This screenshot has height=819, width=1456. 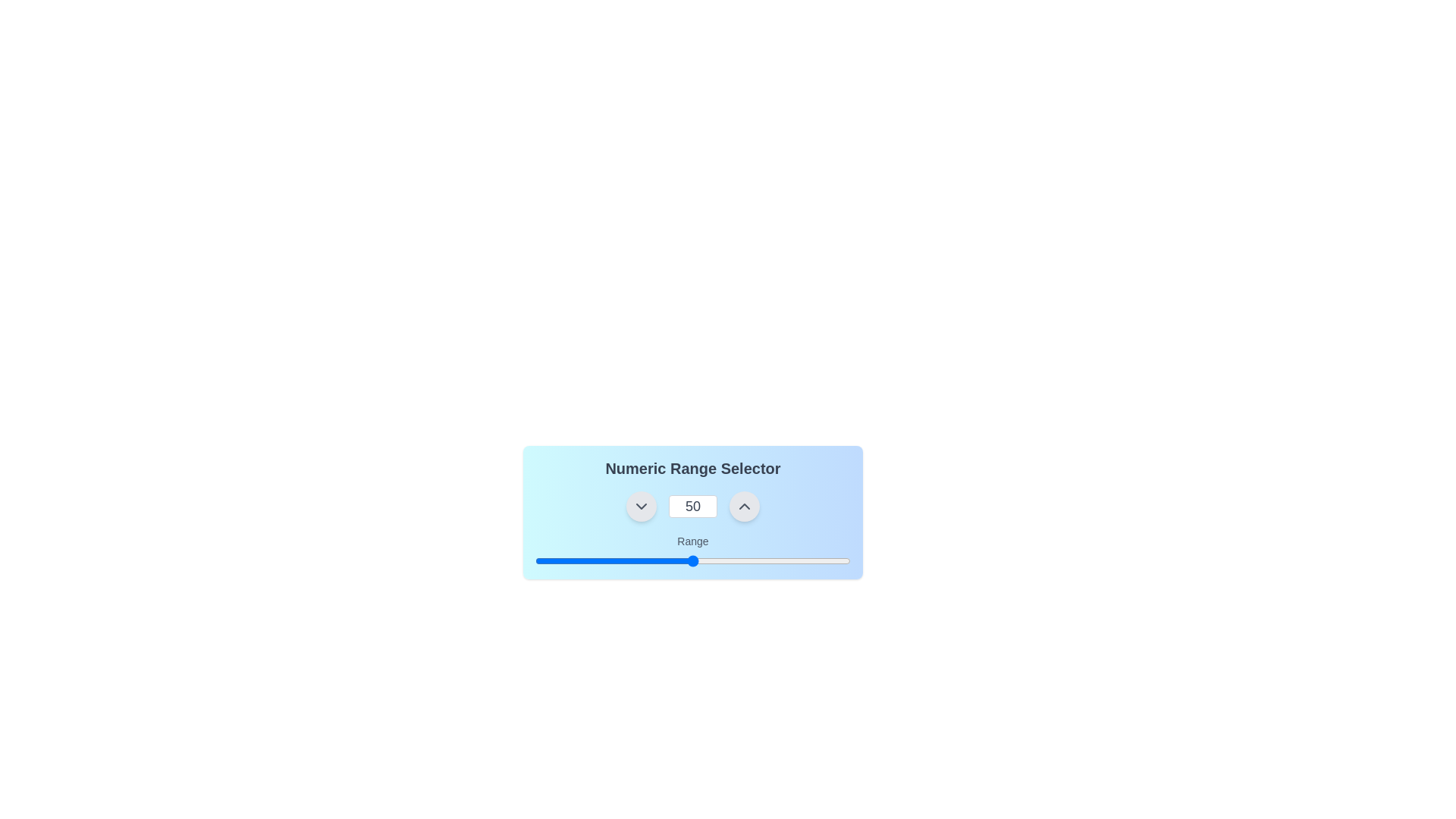 I want to click on the button located to the right of the numeric value display box labeled '50' to increment the value, so click(x=745, y=506).